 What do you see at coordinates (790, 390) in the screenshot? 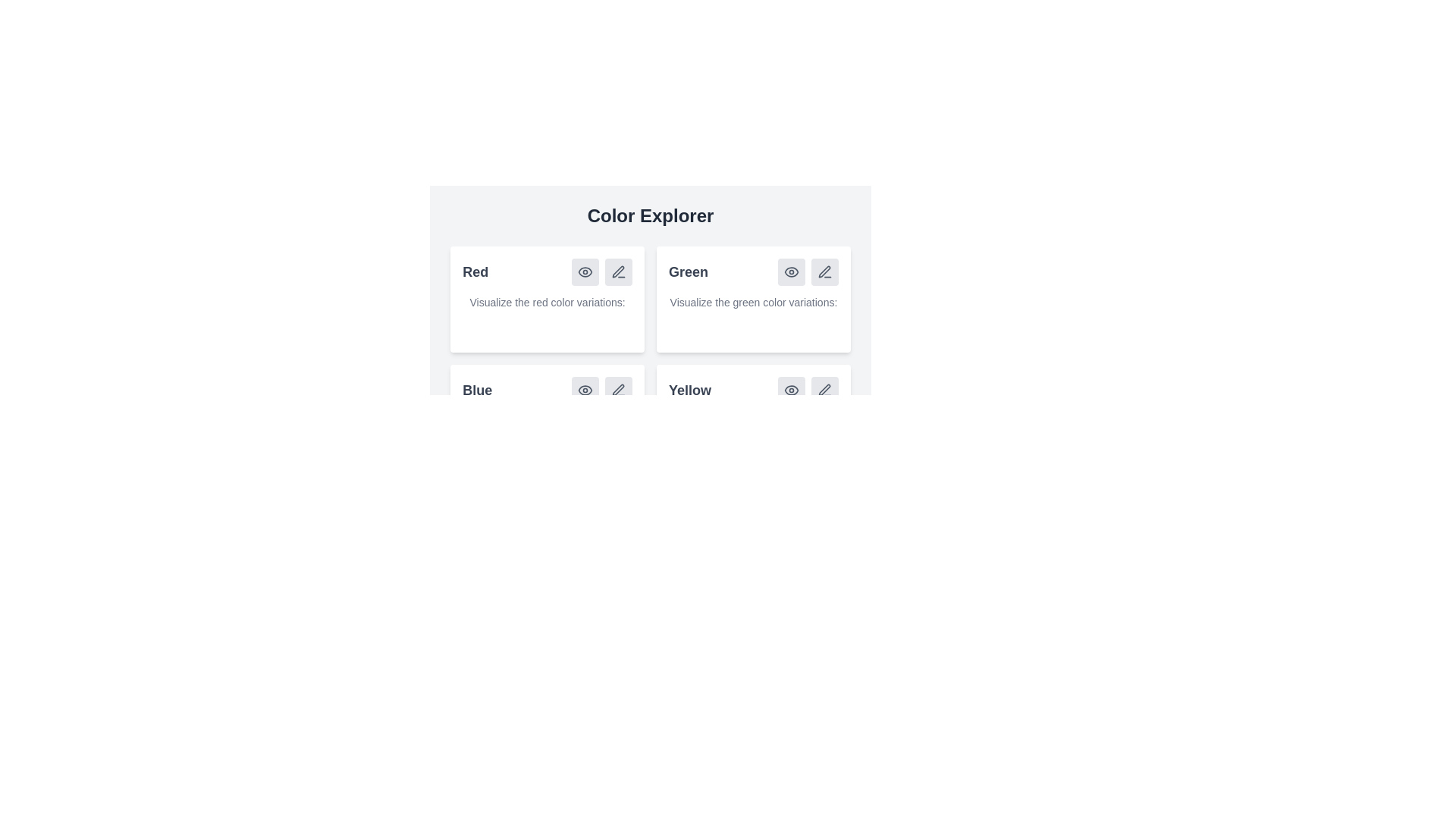
I see `the toggle visibility button in the lower-right corner of the 'Yellow' section of the 'Color Explorer' layout` at bounding box center [790, 390].